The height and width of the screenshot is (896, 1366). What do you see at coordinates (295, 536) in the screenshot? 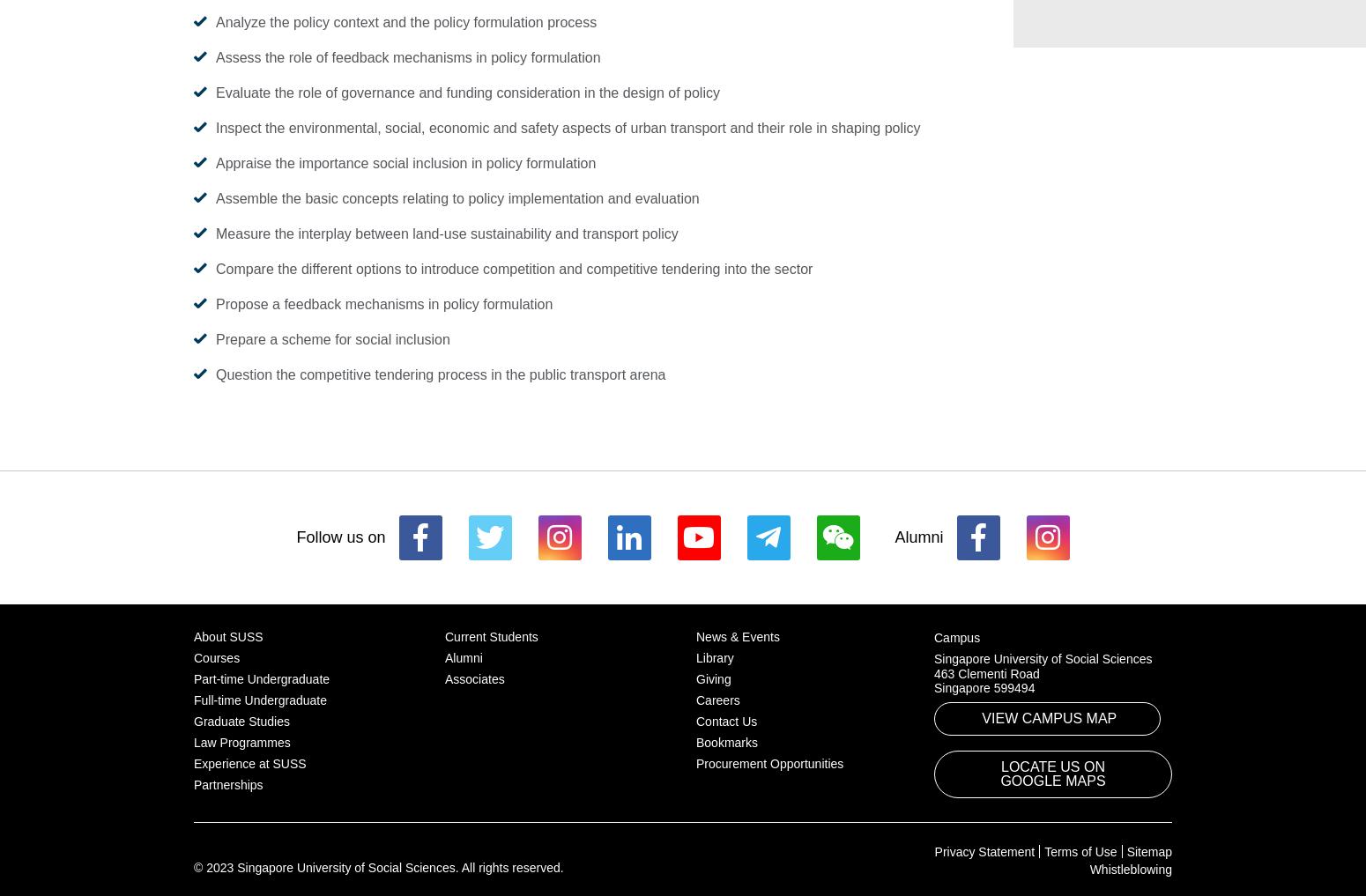
I see `'Follow us on'` at bounding box center [295, 536].